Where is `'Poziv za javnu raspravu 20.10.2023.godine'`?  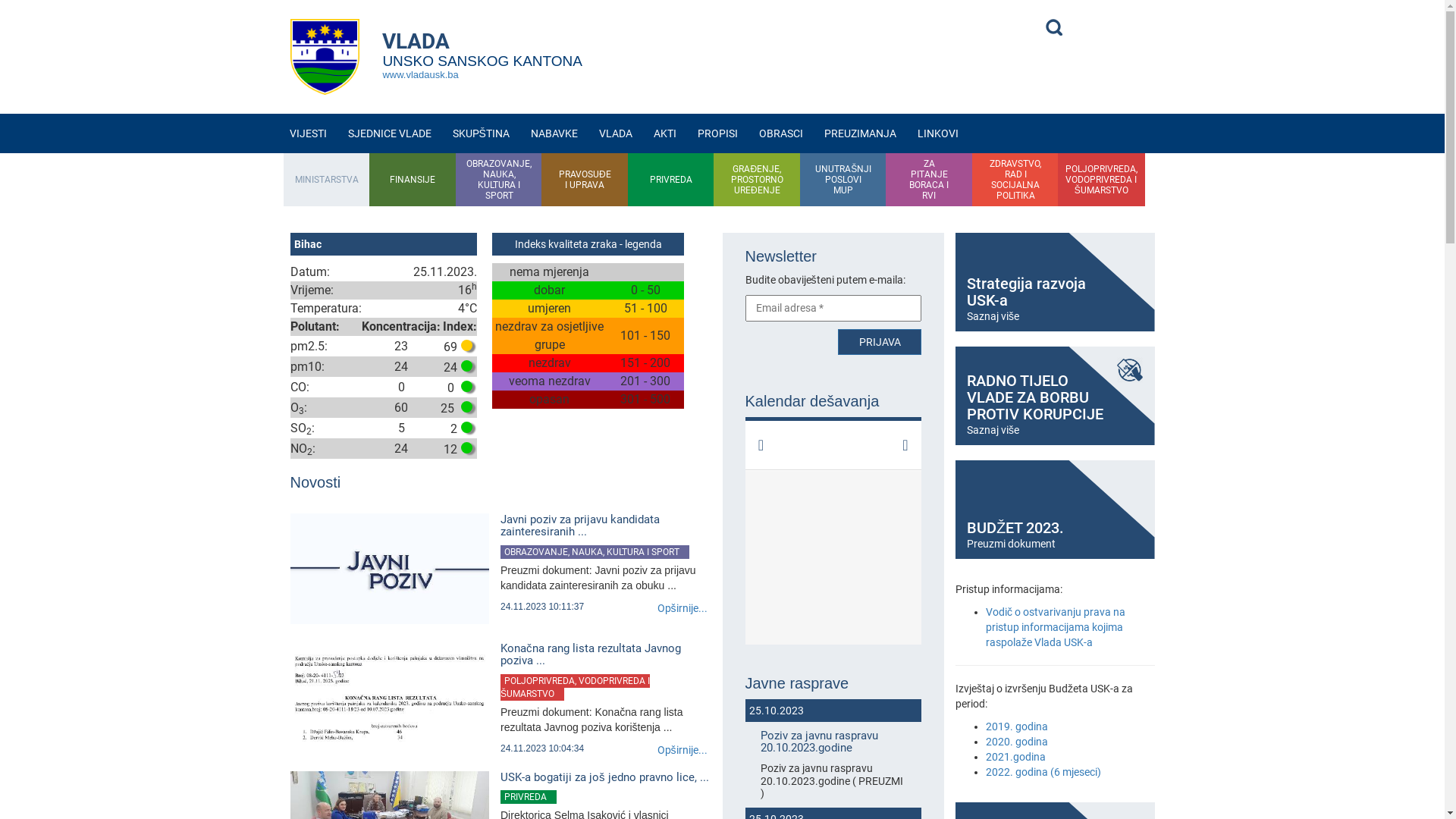 'Poziv za javnu raspravu 20.10.2023.godine' is located at coordinates (832, 741).